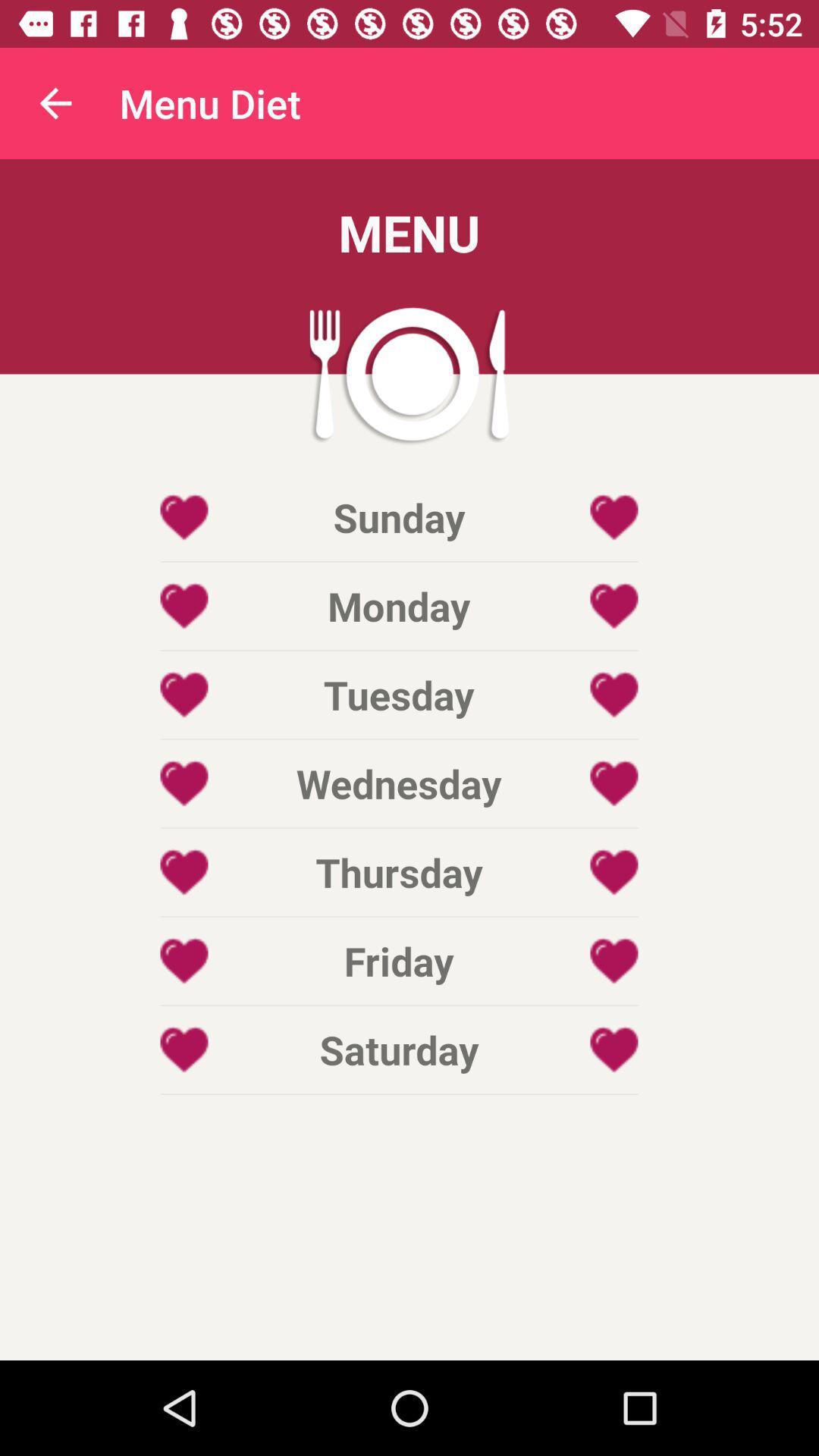 This screenshot has width=819, height=1456. Describe the element at coordinates (398, 605) in the screenshot. I see `the icon above tuesday` at that location.